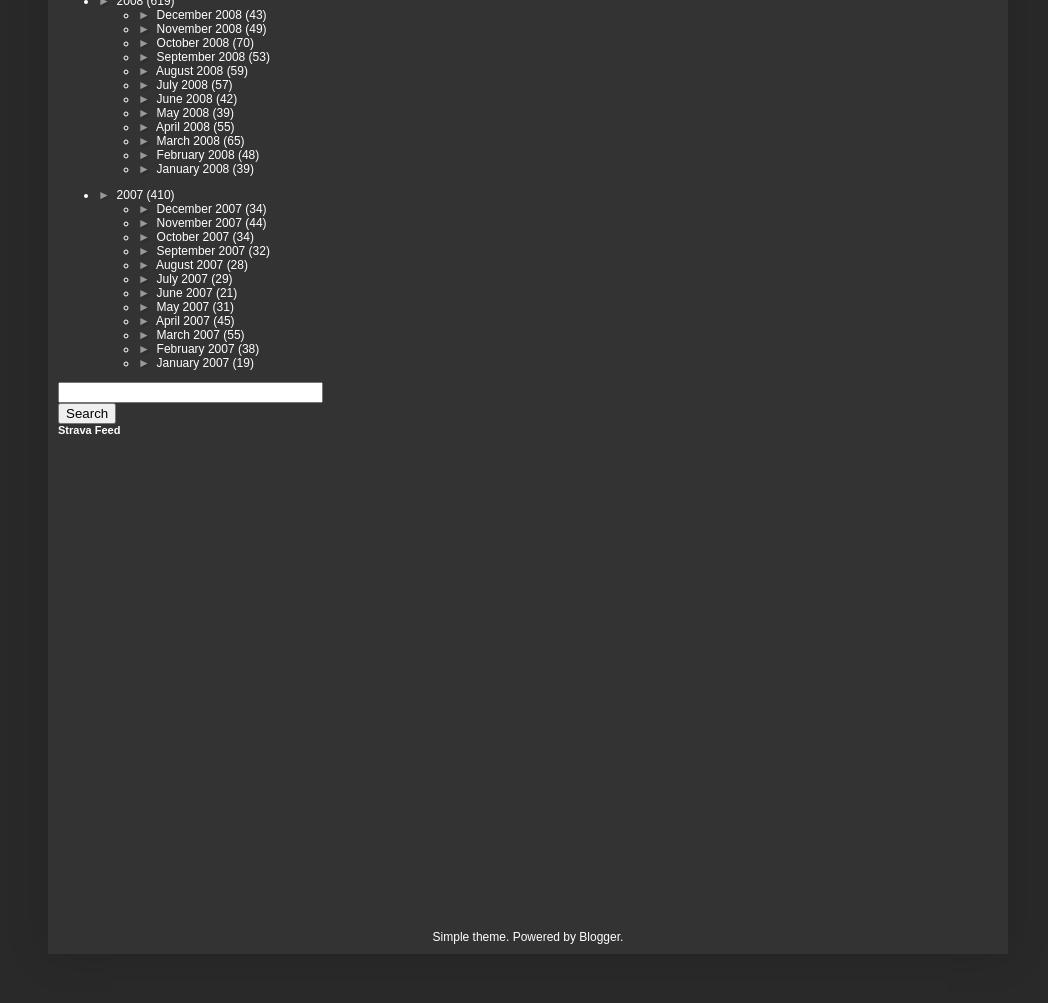  Describe the element at coordinates (195, 347) in the screenshot. I see `'February 2007'` at that location.